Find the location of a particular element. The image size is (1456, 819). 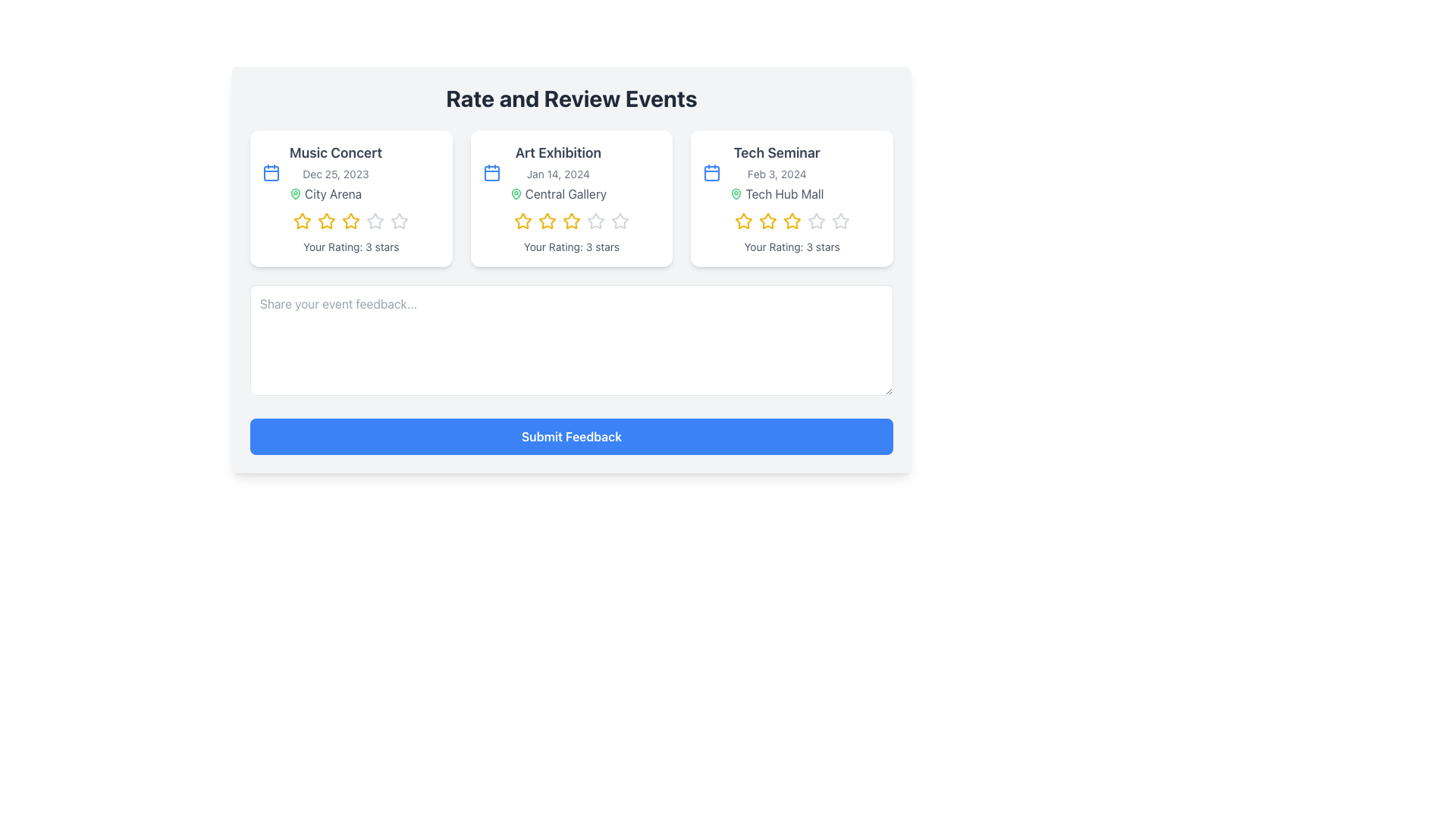

the gray rectangle with rounded edges located within the calendar icon of the 'Art Exhibition' event card is located at coordinates (491, 172).